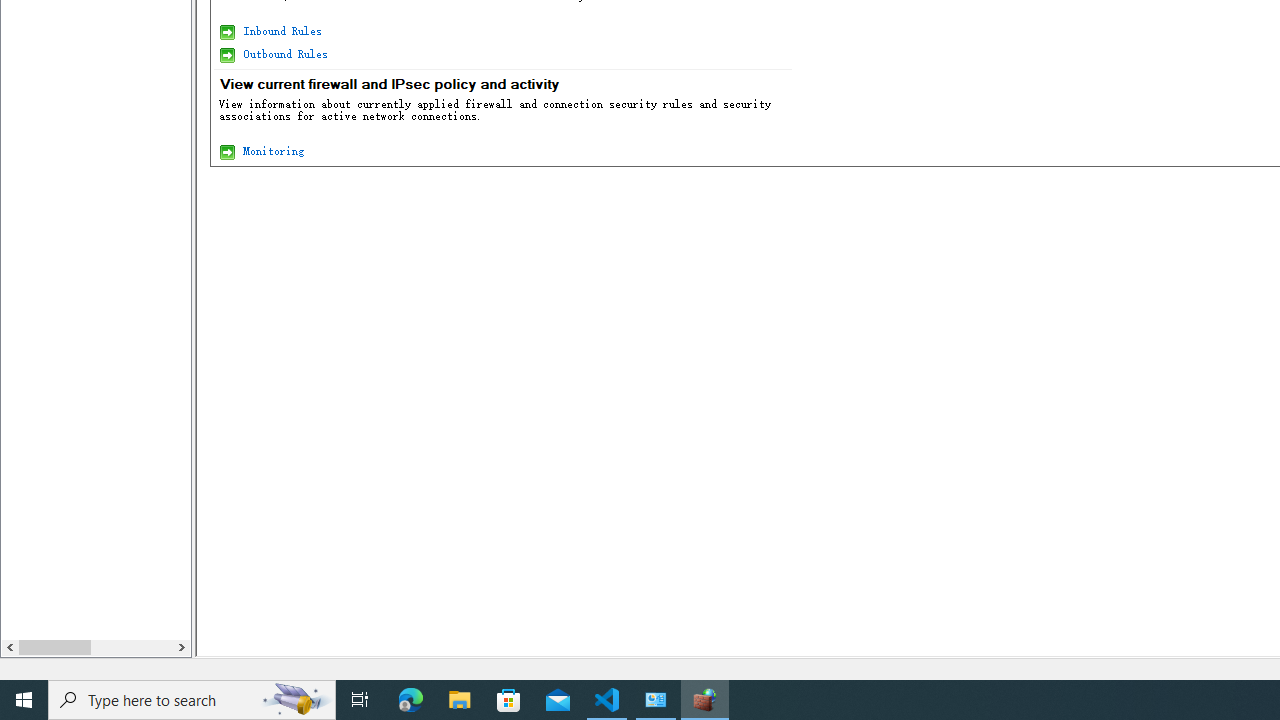  Describe the element at coordinates (279, 30) in the screenshot. I see `'Inbound Rules'` at that location.